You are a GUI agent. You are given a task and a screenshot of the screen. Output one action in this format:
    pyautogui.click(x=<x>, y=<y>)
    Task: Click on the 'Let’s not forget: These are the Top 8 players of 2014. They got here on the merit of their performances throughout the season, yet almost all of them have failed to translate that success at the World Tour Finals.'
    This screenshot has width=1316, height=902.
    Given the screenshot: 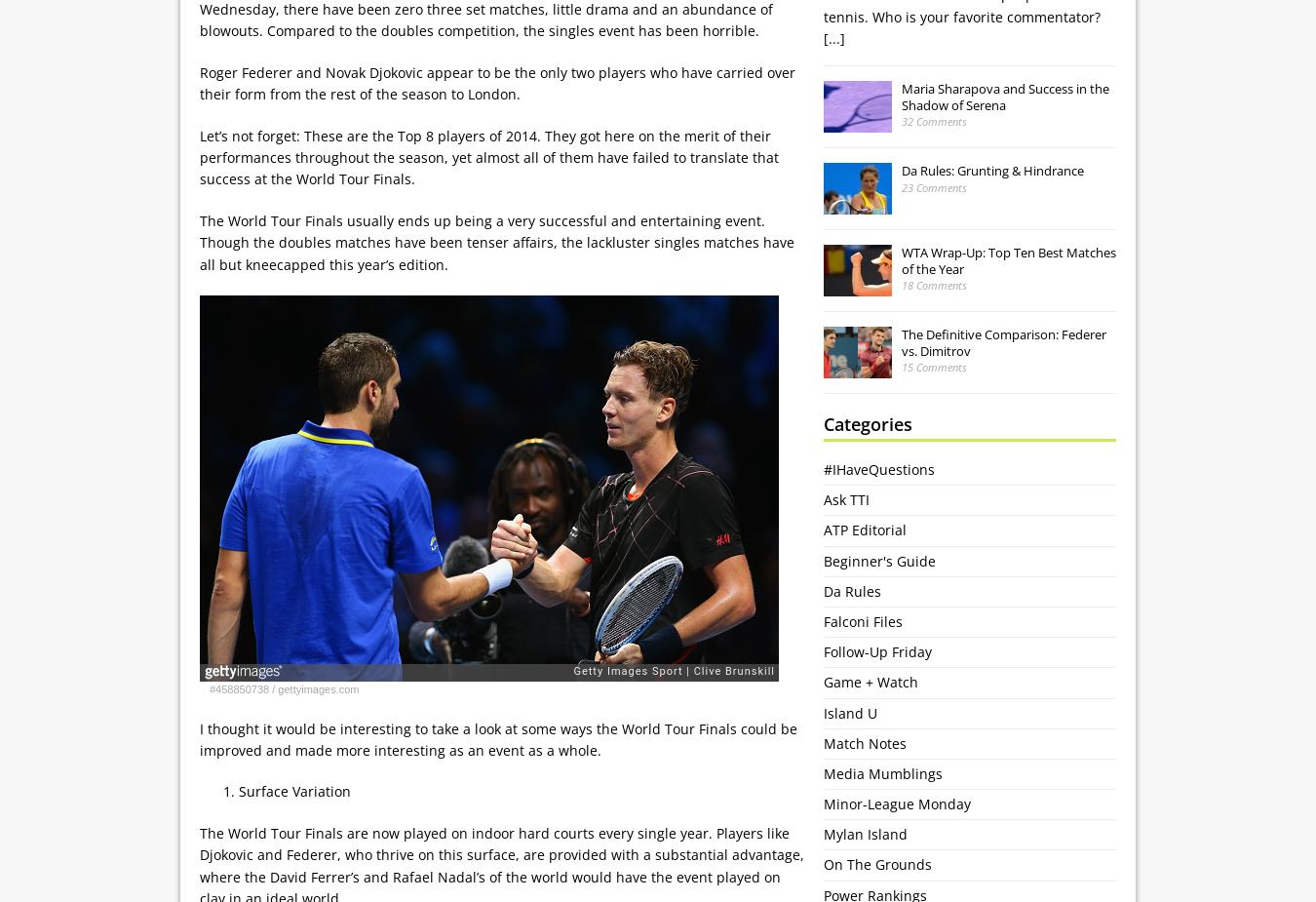 What is the action you would take?
    pyautogui.click(x=488, y=156)
    